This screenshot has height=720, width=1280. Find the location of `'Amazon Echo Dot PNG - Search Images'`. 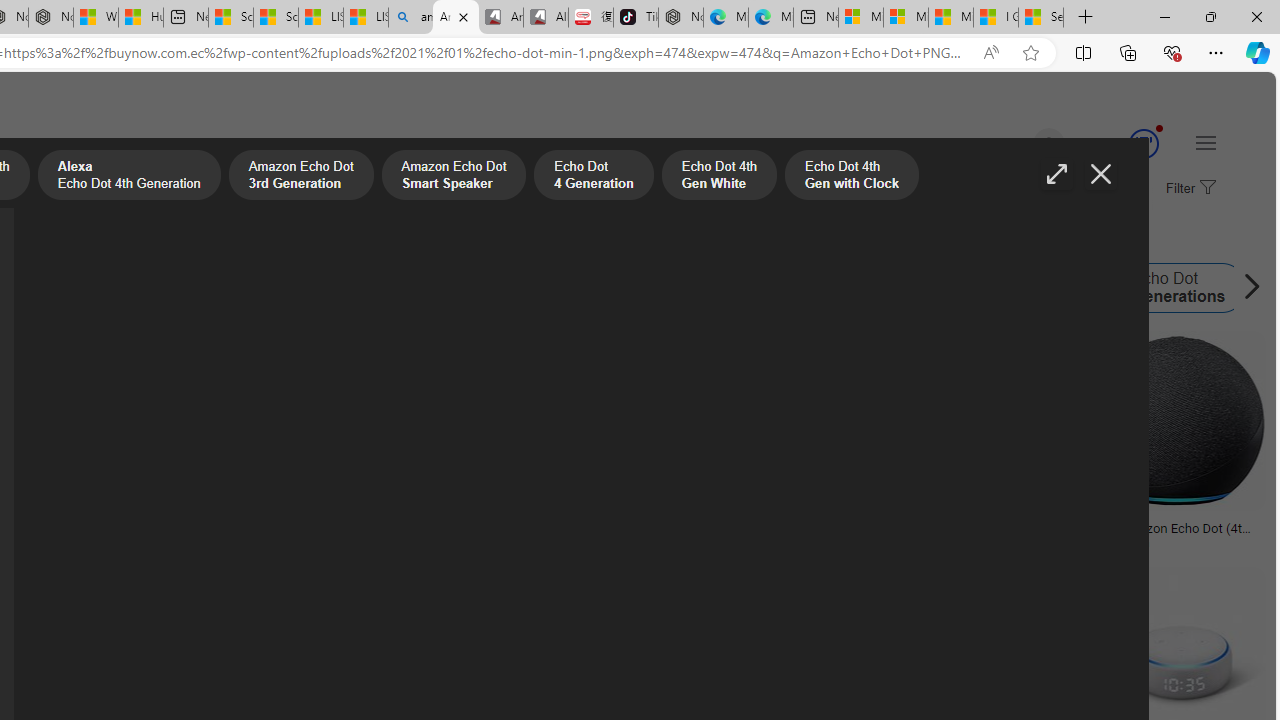

'Amazon Echo Dot PNG - Search Images' is located at coordinates (454, 17).